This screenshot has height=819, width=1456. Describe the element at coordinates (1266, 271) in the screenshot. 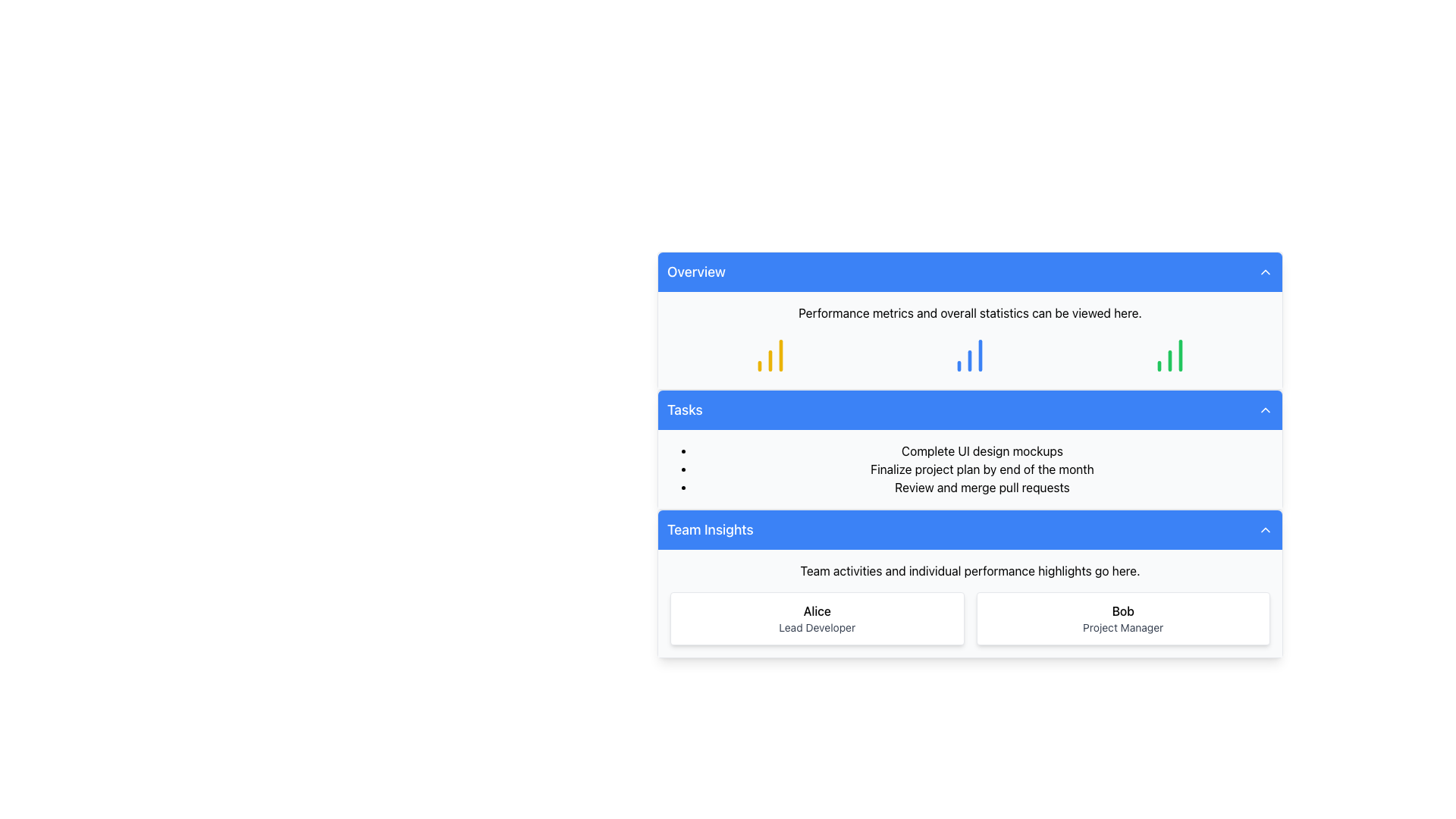

I see `the upward chevron icon located at the right end of the blue header labeled 'Overview'` at that location.